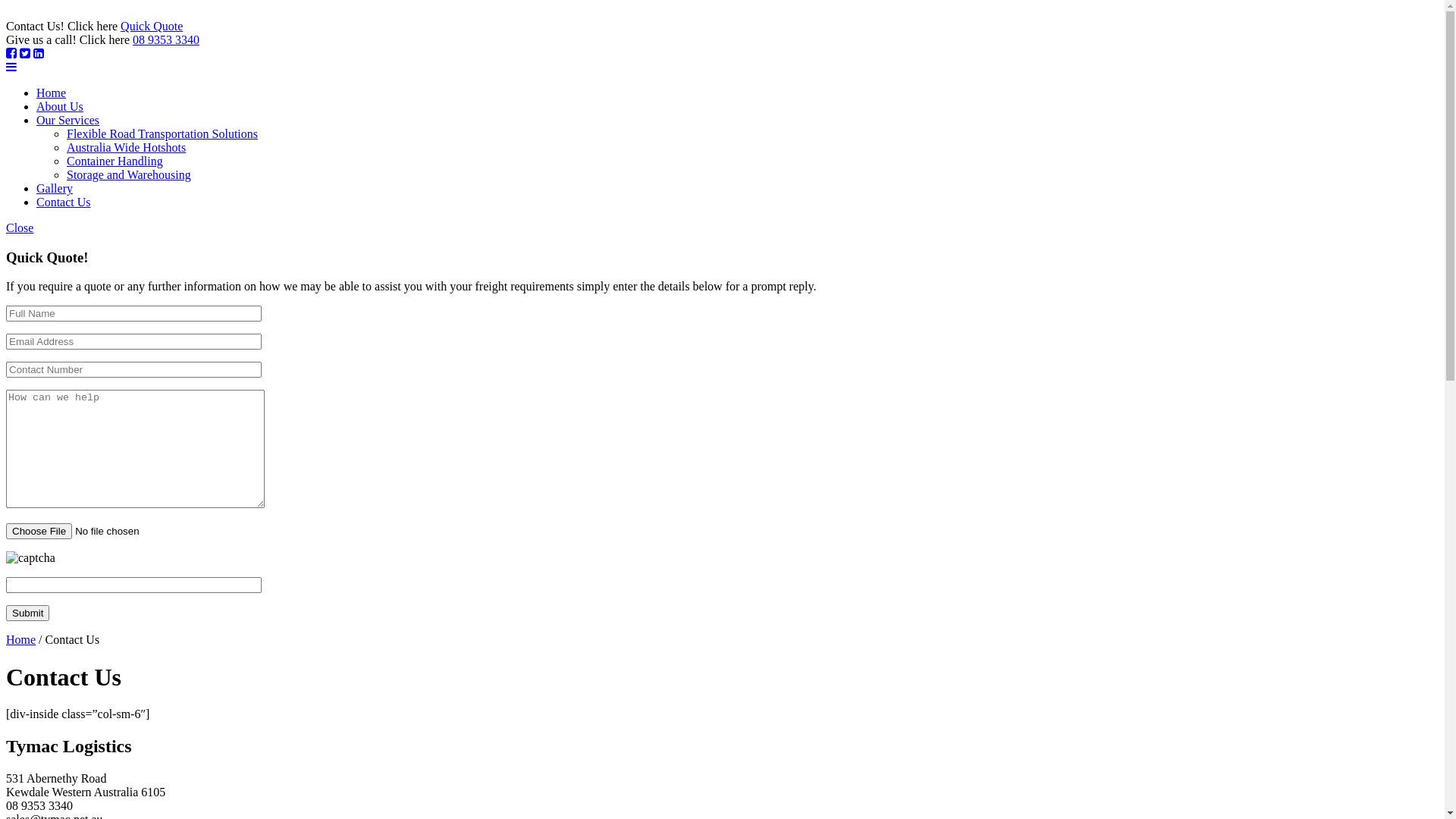  What do you see at coordinates (59, 105) in the screenshot?
I see `'About Us'` at bounding box center [59, 105].